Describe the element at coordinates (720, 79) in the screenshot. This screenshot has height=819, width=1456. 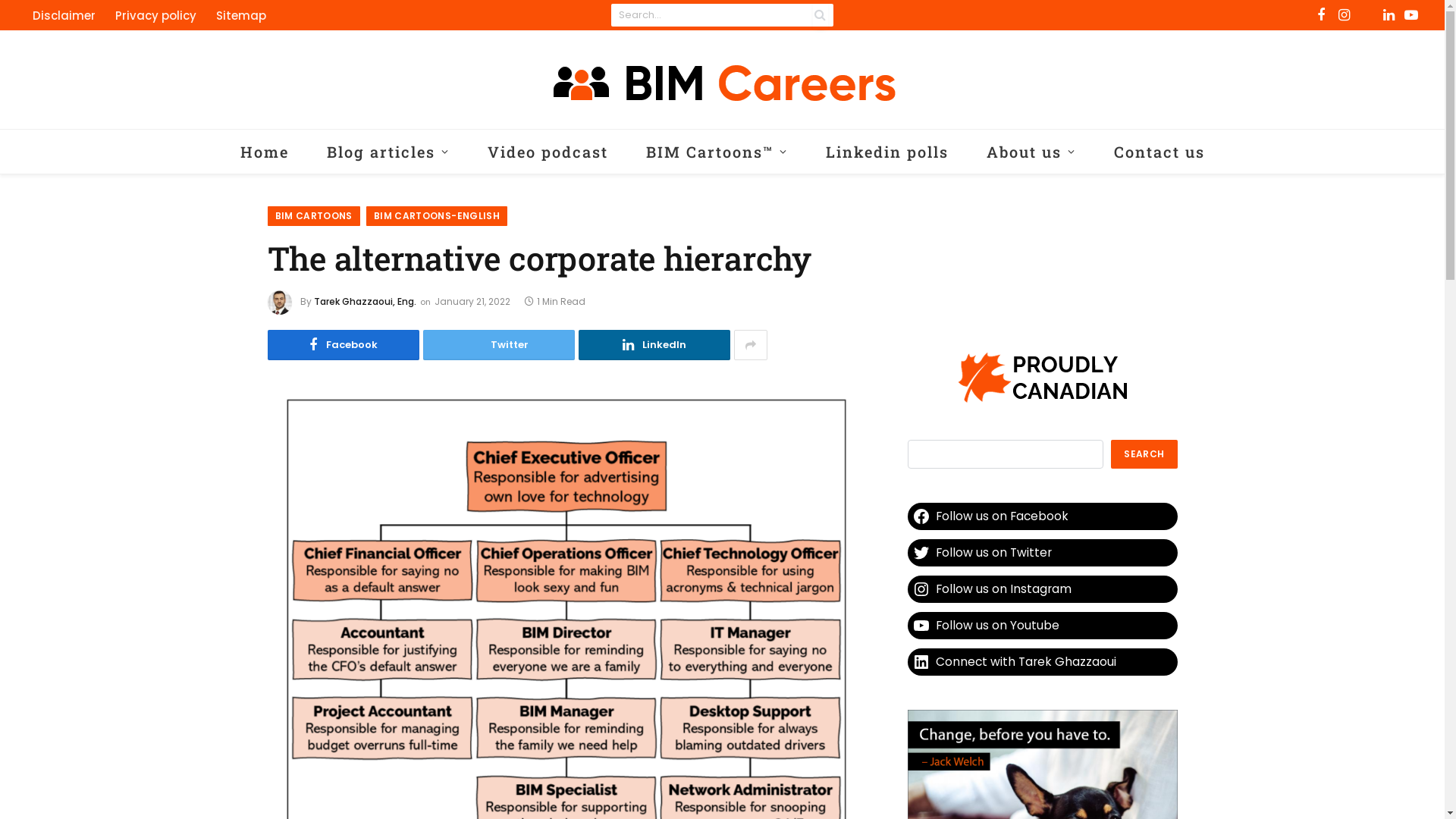
I see `'BIM Careers'` at that location.